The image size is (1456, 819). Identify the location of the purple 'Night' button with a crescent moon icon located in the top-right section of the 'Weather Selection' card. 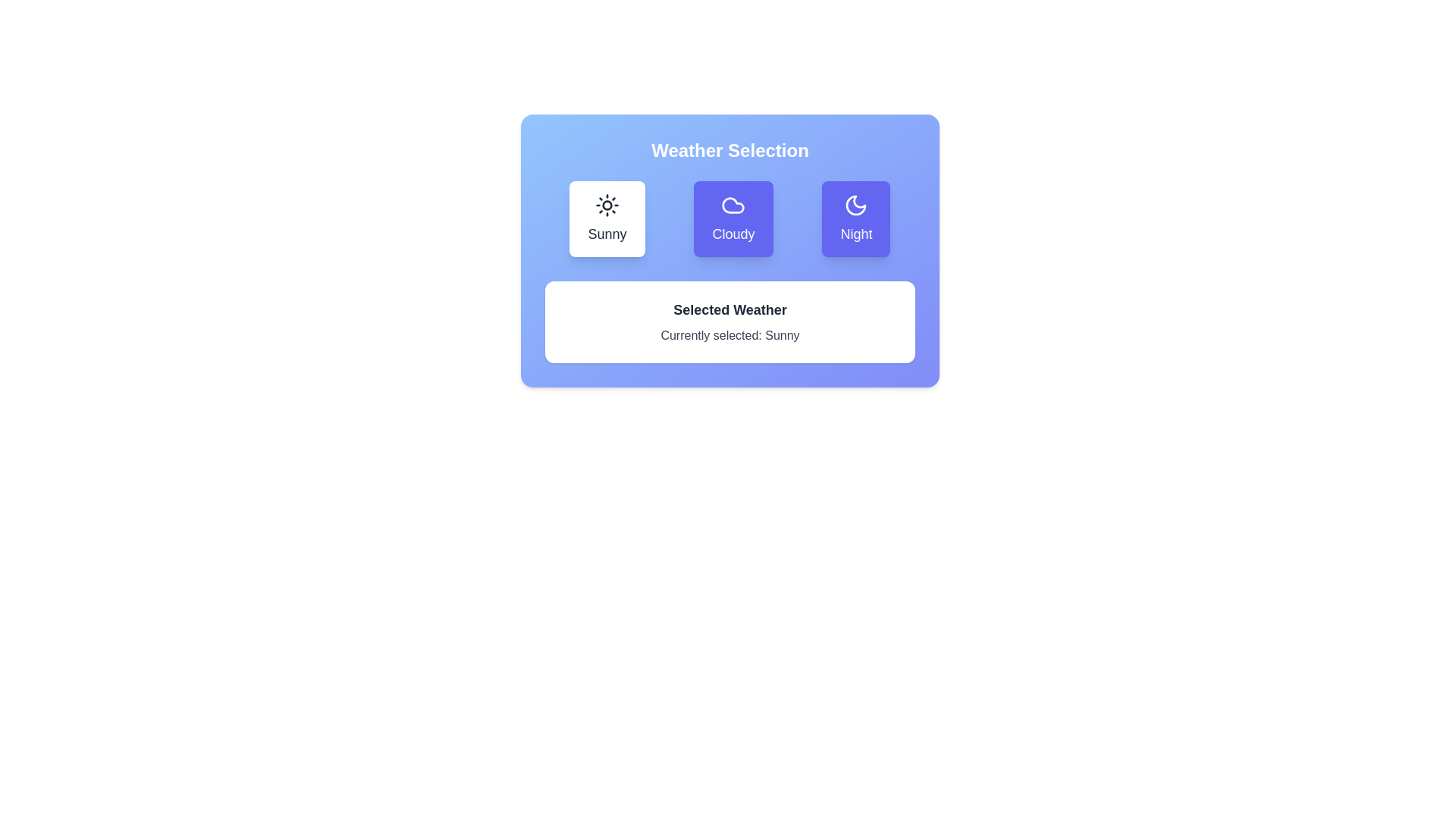
(856, 219).